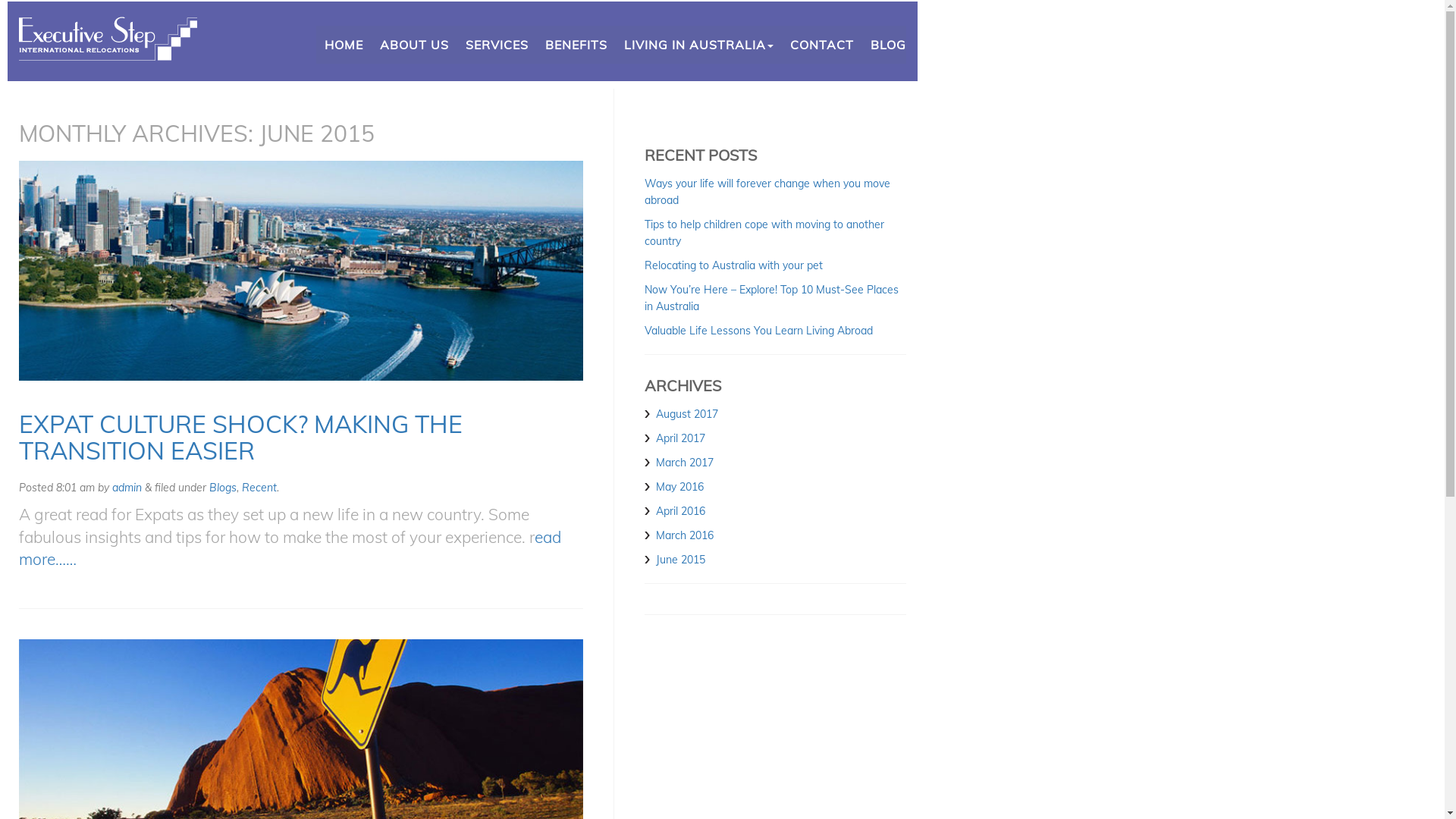 The width and height of the screenshot is (1456, 819). What do you see at coordinates (111, 488) in the screenshot?
I see `'admin'` at bounding box center [111, 488].